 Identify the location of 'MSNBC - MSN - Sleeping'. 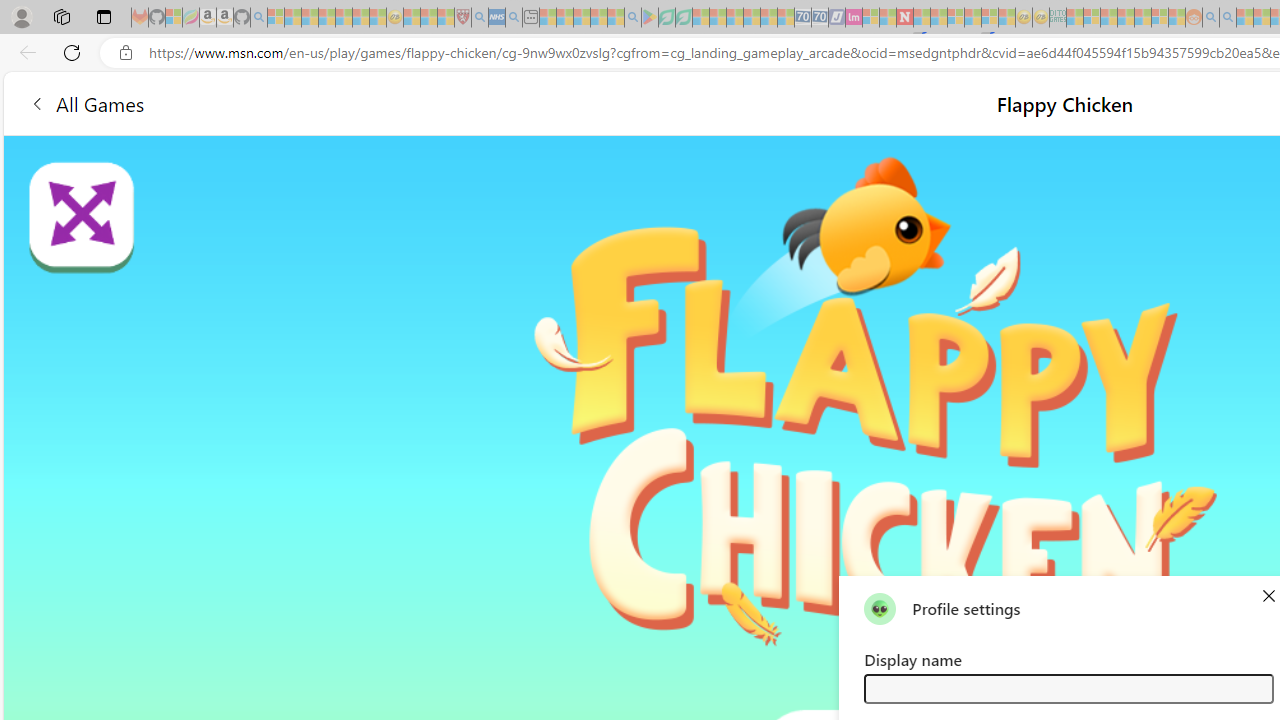
(1074, 17).